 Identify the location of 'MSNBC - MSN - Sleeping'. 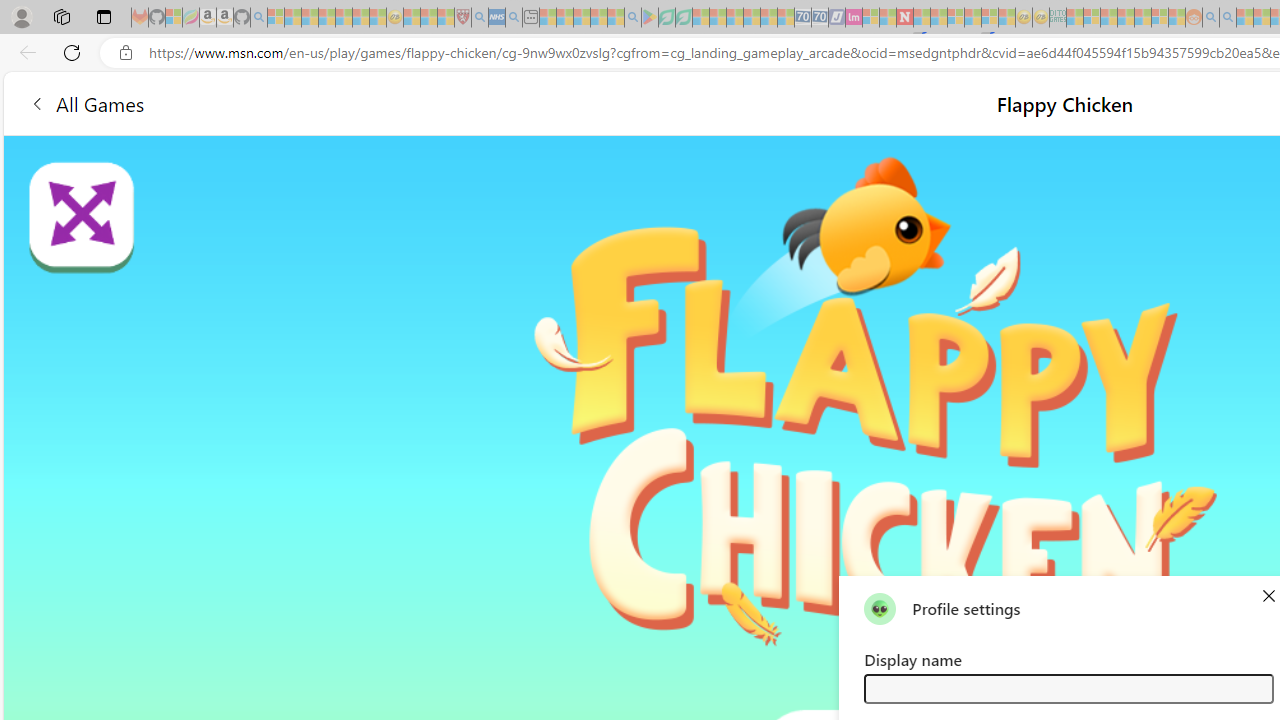
(1074, 17).